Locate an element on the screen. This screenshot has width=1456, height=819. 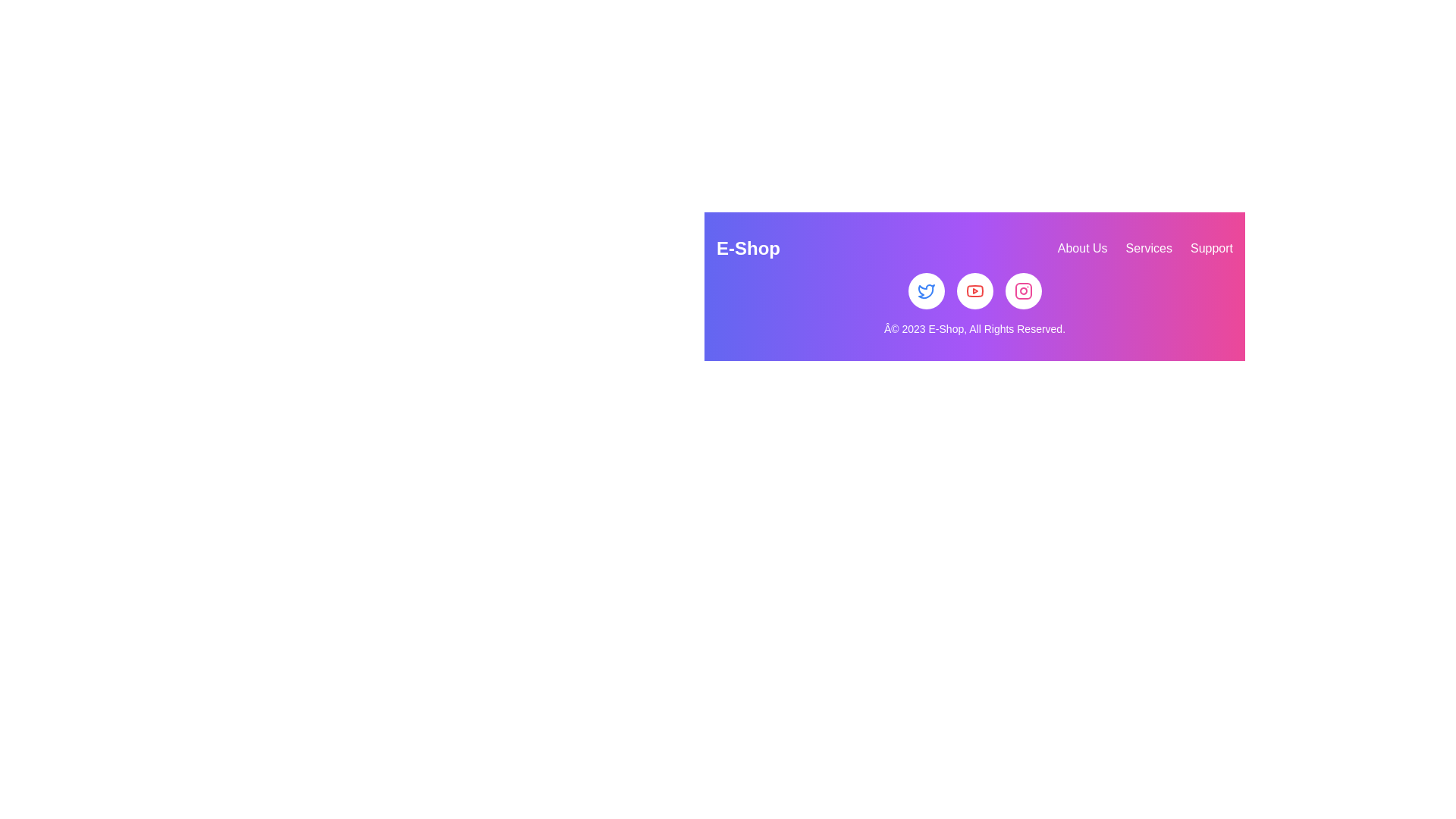
the 'About Us' clickable hyperlink text in the top-right section of the navigation menu is located at coordinates (1081, 247).